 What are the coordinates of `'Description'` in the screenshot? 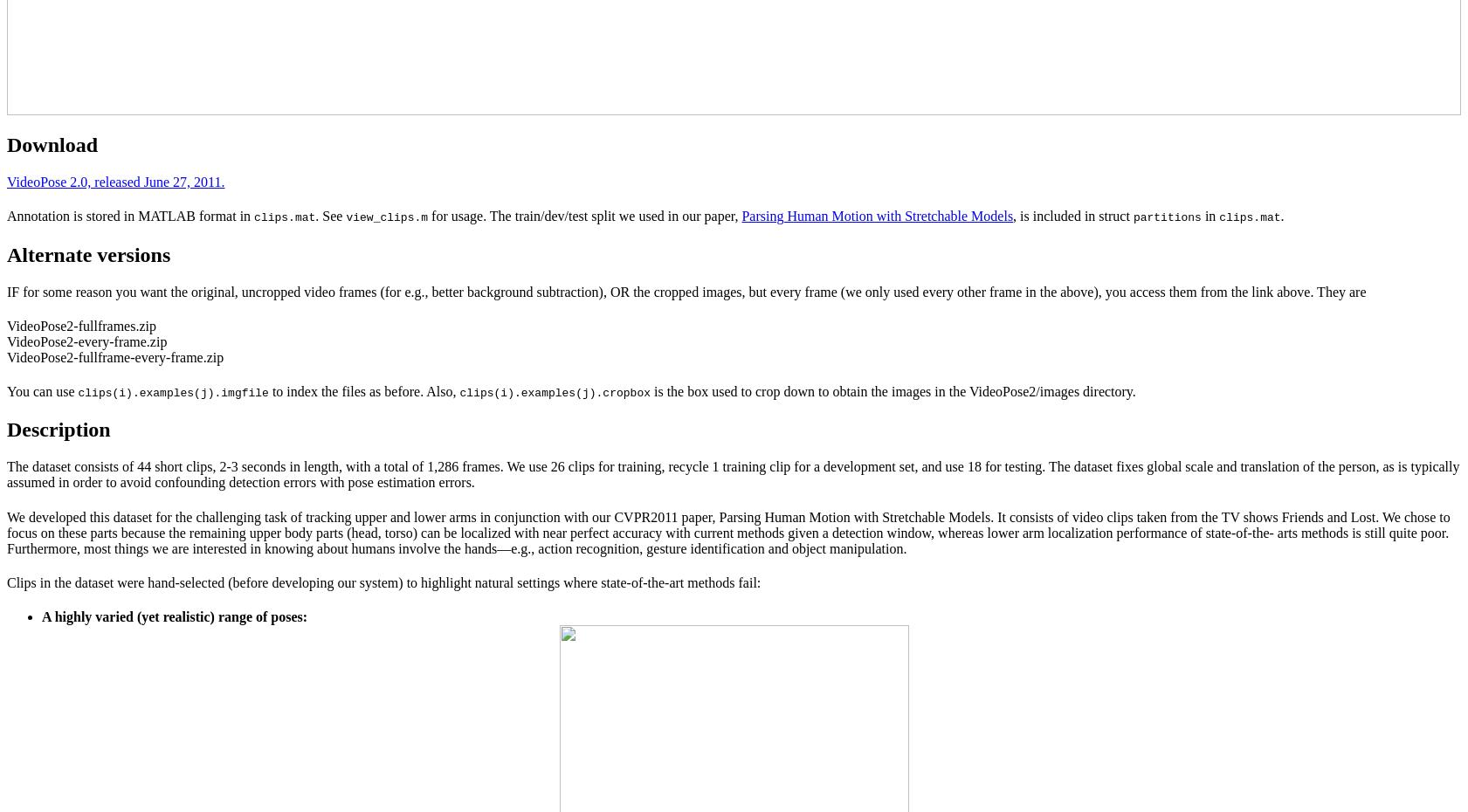 It's located at (6, 428).